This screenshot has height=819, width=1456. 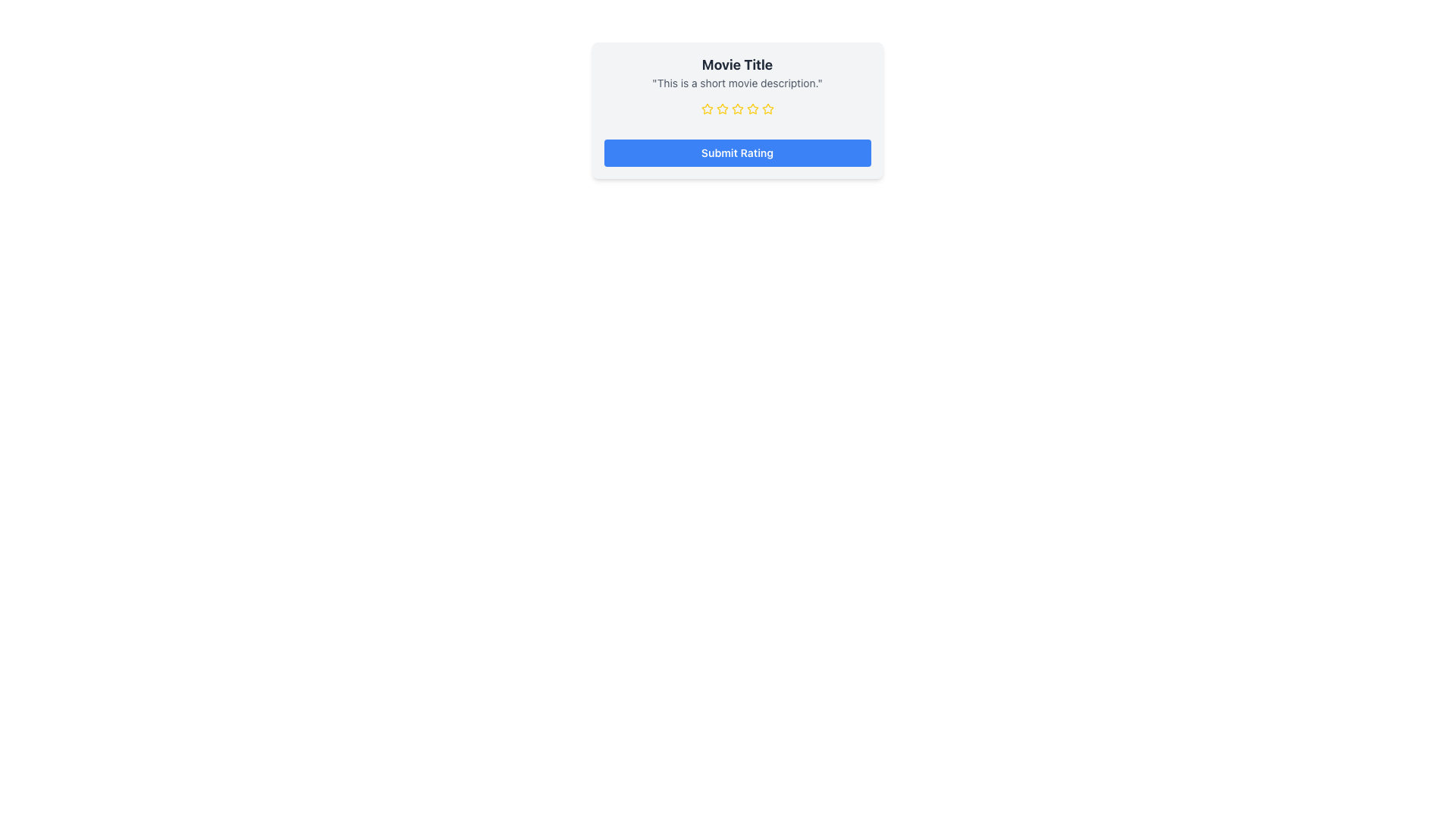 I want to click on the third yellow star icon with a hollow center to rate it, located below the movie description and above the Submit Rating button, so click(x=721, y=108).